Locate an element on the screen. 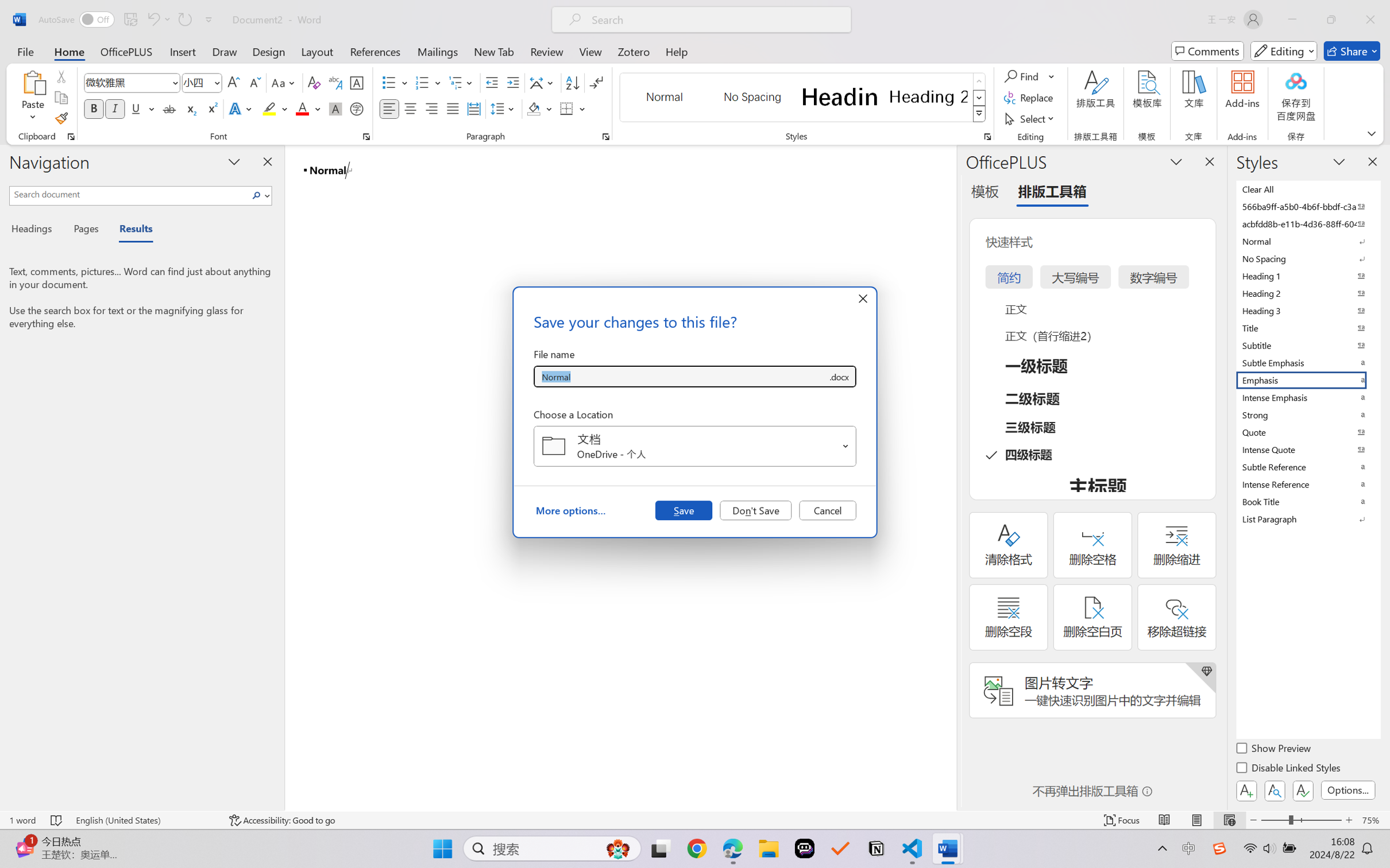 This screenshot has width=1390, height=868. 'Heading 2' is located at coordinates (928, 96).